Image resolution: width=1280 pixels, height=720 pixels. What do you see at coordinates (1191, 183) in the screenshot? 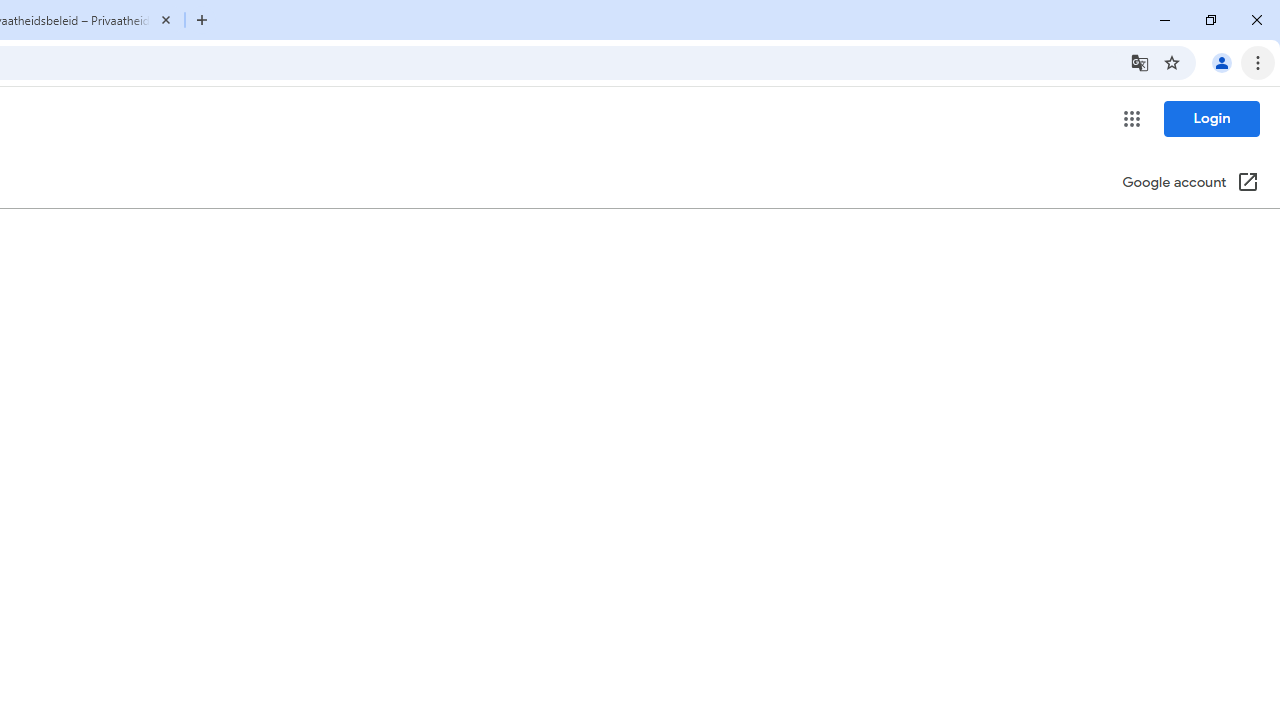
I see `'Google Account (Opens in new window)'` at bounding box center [1191, 183].